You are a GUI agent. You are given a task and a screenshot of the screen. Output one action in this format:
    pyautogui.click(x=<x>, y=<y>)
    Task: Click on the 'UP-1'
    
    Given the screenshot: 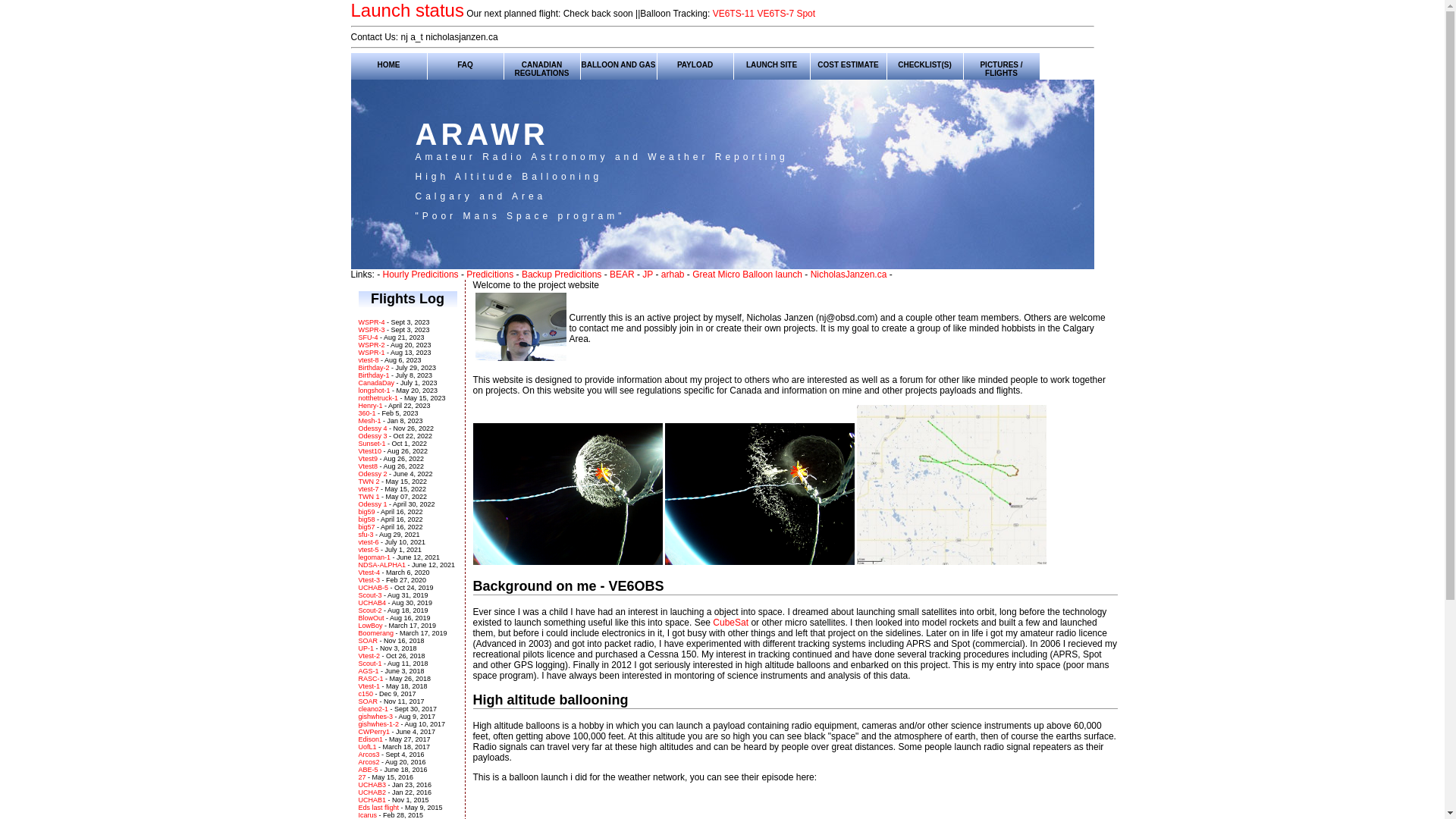 What is the action you would take?
    pyautogui.click(x=366, y=648)
    